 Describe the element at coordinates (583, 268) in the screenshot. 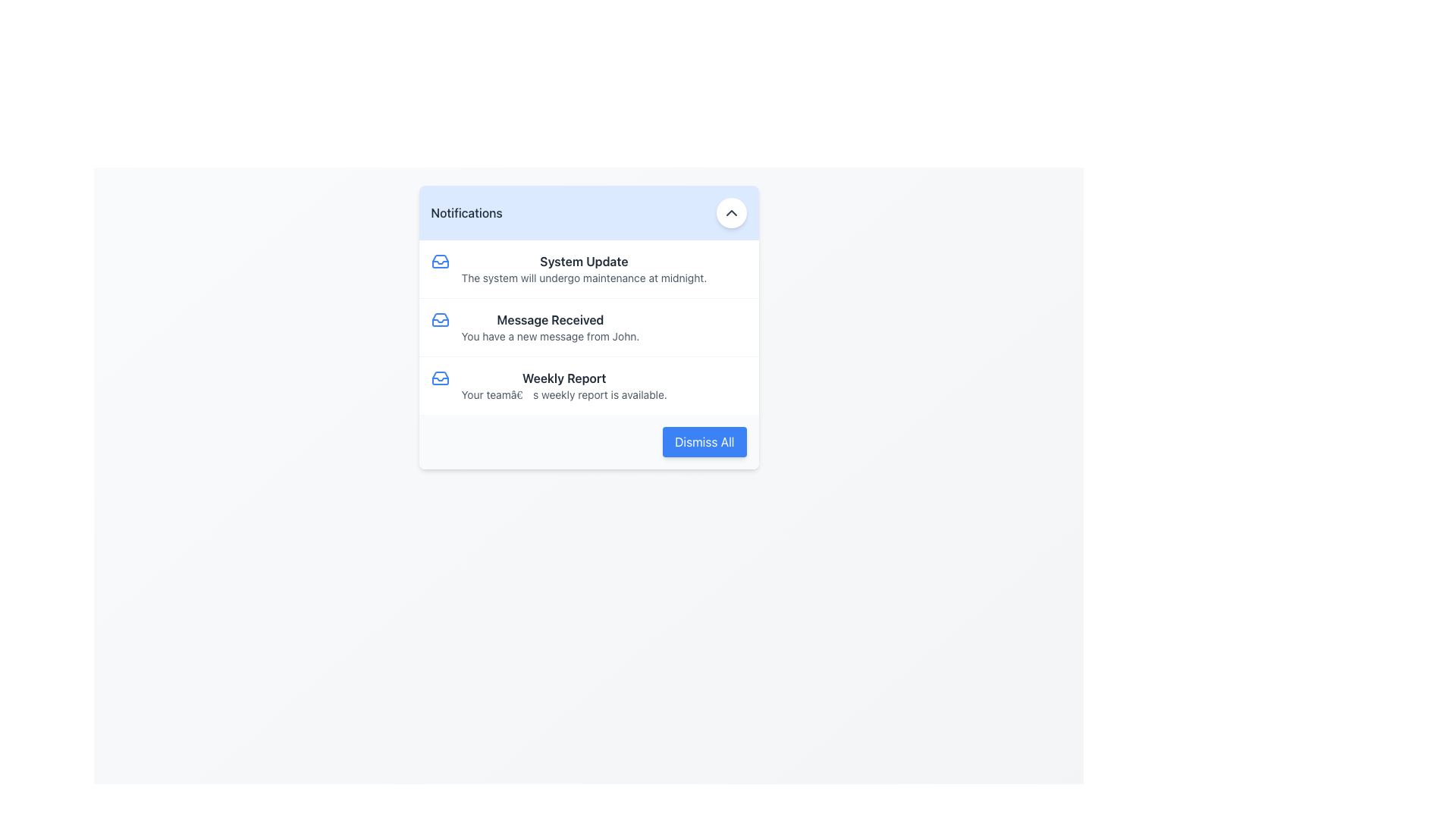

I see `the non-interactive text block titled 'System Update' that informs about system maintenance` at that location.